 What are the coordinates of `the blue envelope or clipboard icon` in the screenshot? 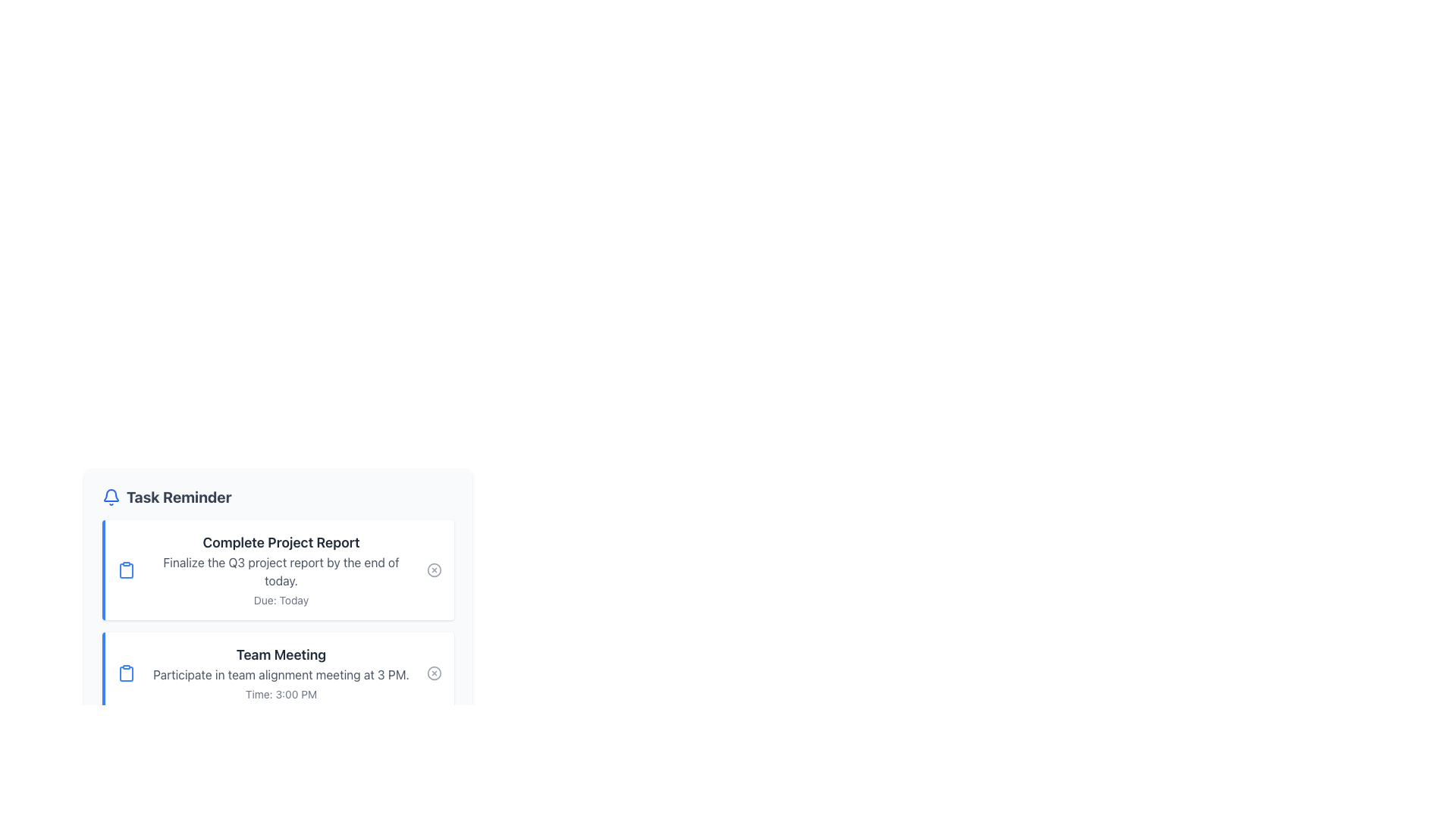 It's located at (127, 570).